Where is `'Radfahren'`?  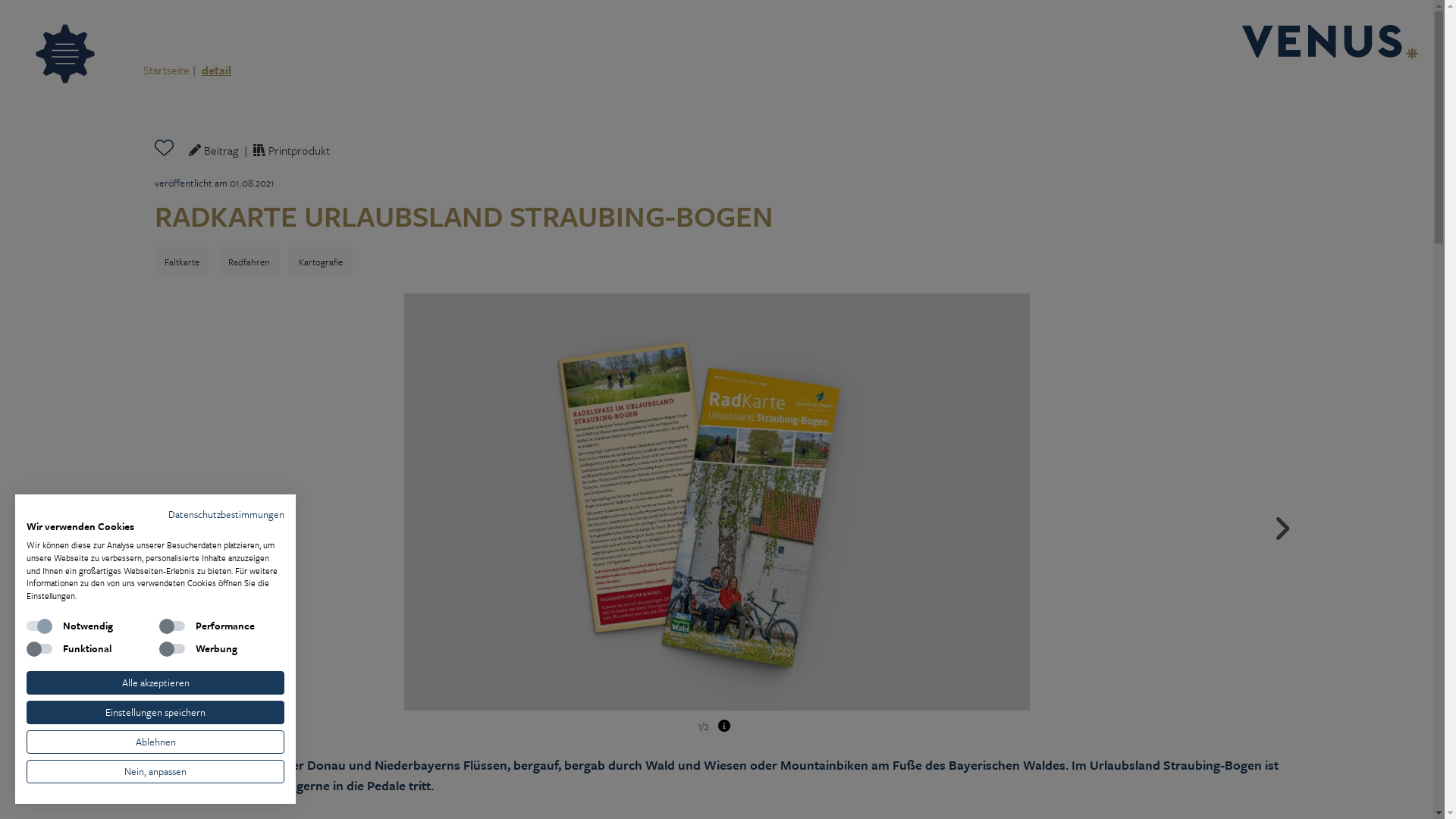
'Radfahren' is located at coordinates (249, 259).